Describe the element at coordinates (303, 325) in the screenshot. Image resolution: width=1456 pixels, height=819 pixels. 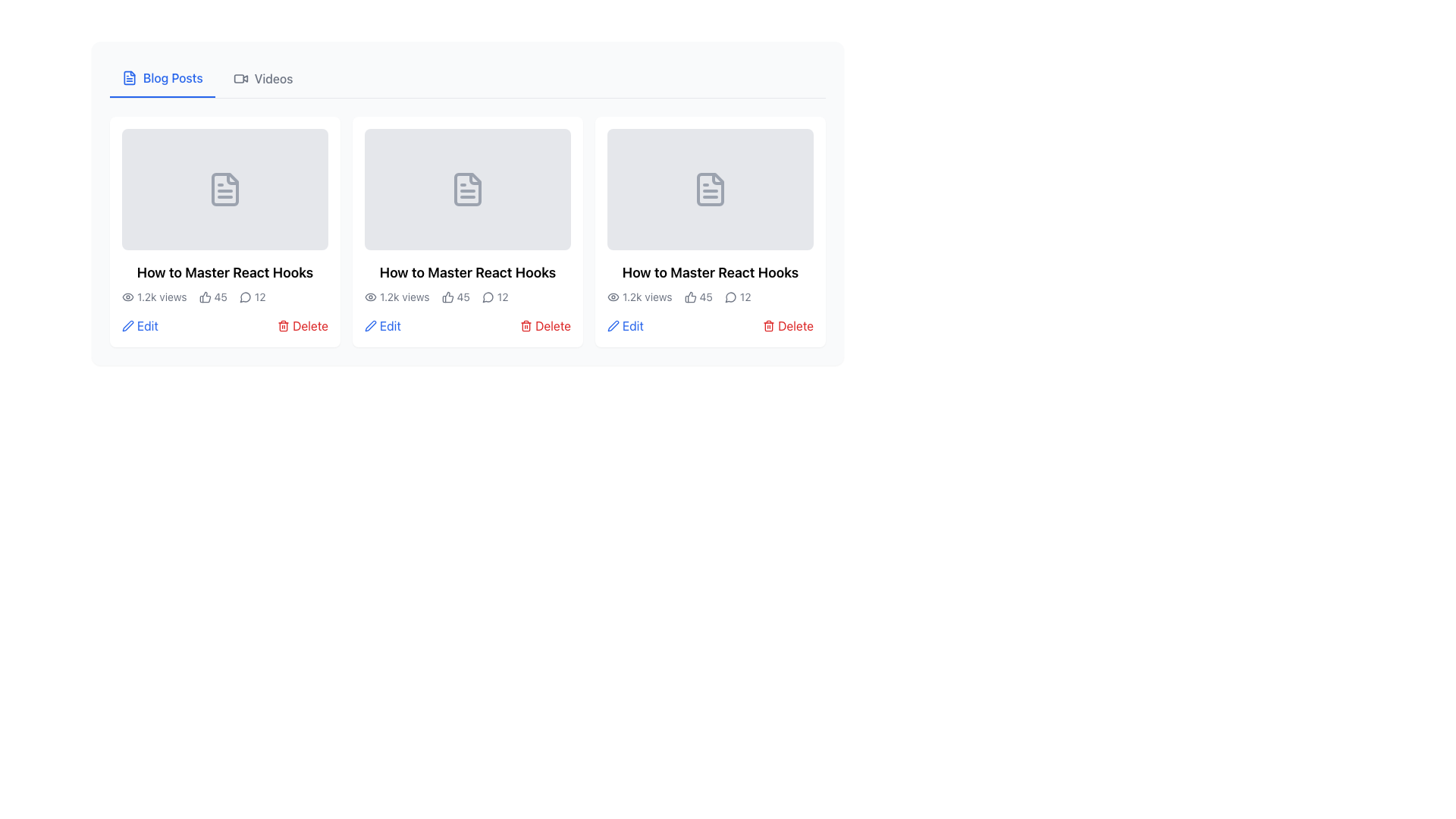
I see `the delete button located in the lower-right section of the card for the blog post titled 'How to Master React Hooks'` at that location.